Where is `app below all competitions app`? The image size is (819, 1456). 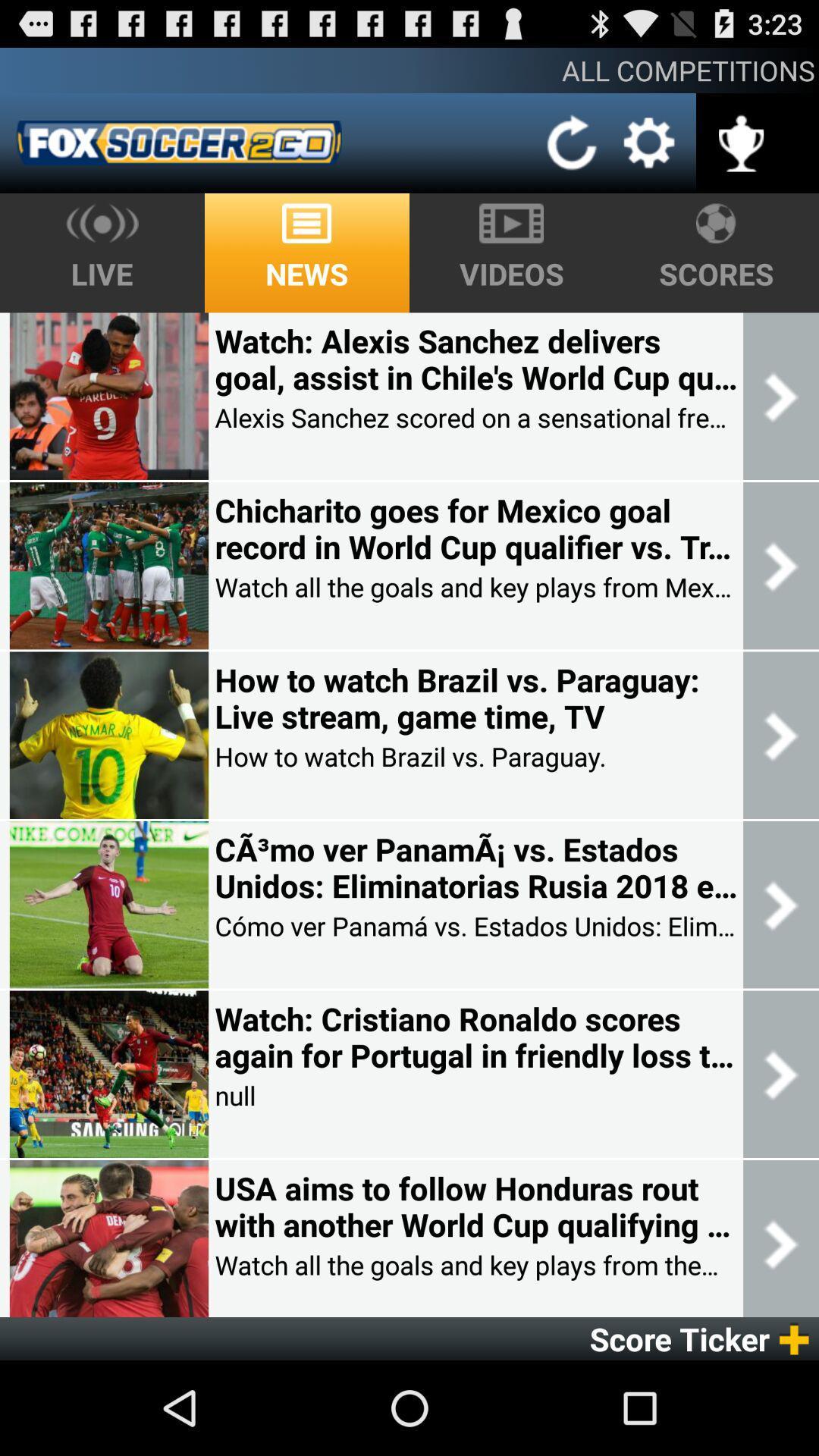 app below all competitions app is located at coordinates (573, 143).